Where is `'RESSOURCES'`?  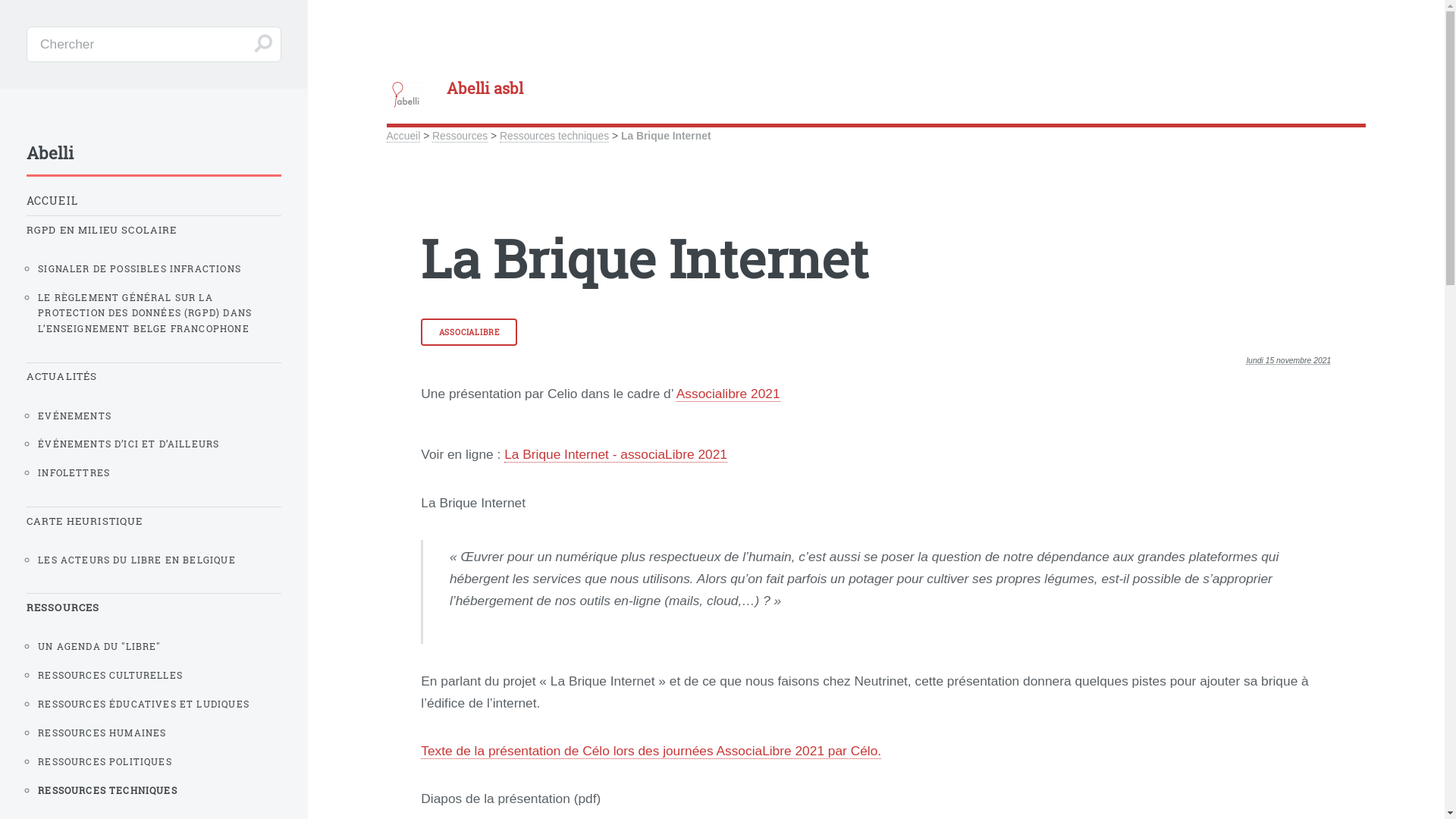
'RESSOURCES' is located at coordinates (153, 607).